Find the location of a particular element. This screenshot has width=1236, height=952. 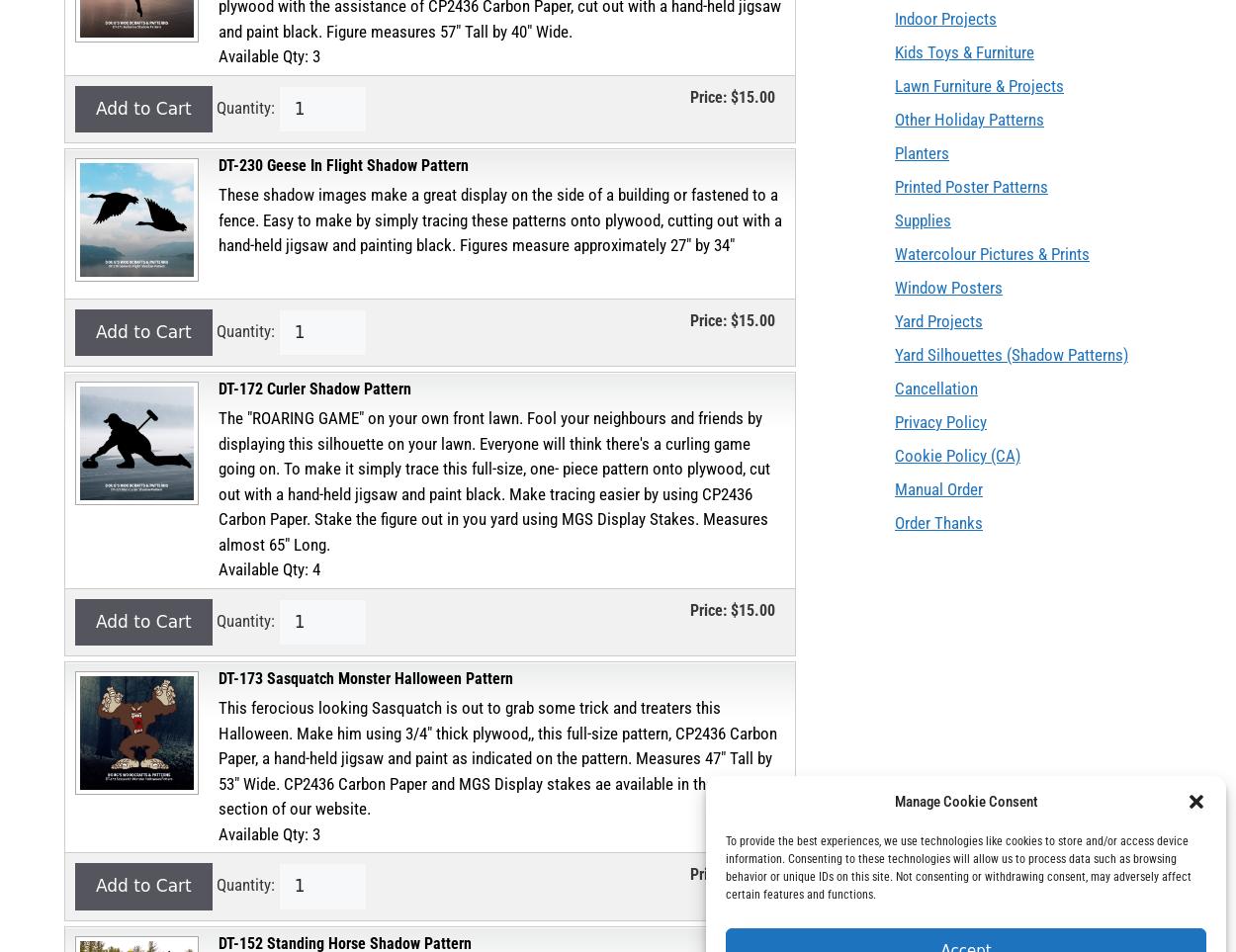

'Lawn Furniture & Projects' is located at coordinates (978, 85).